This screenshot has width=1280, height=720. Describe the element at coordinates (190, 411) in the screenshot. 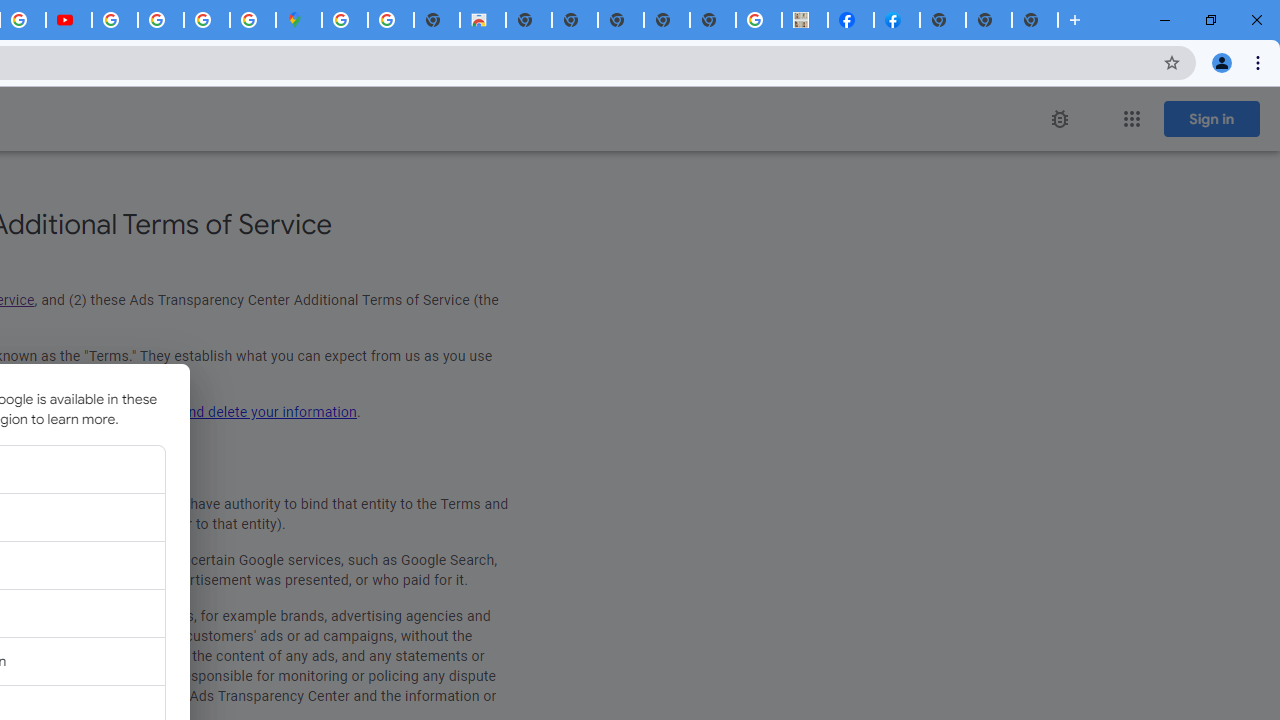

I see `'update, manage, export, and delete your information'` at that location.